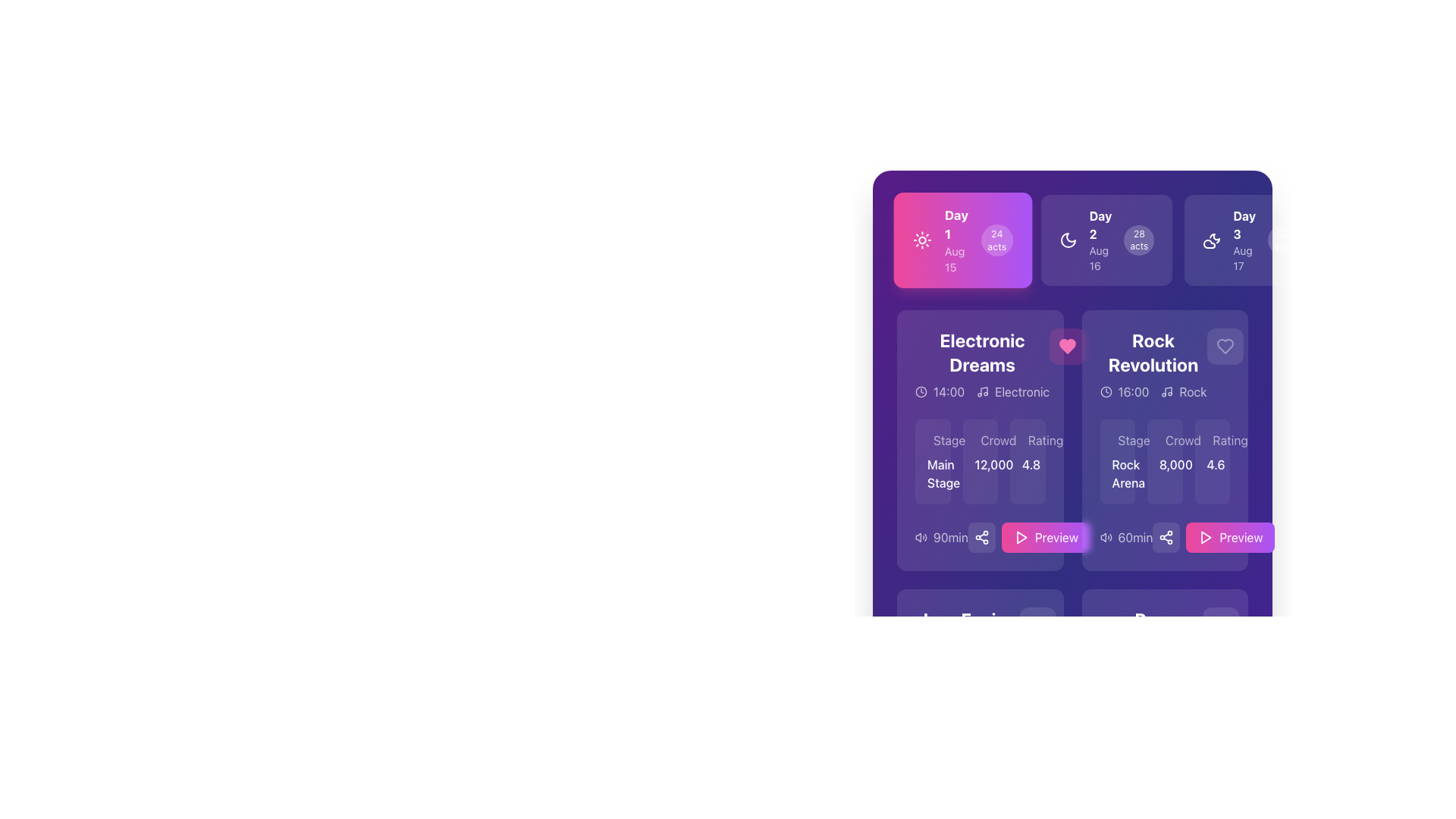 The height and width of the screenshot is (819, 1456). What do you see at coordinates (1166, 537) in the screenshot?
I see `the share action button with icon` at bounding box center [1166, 537].